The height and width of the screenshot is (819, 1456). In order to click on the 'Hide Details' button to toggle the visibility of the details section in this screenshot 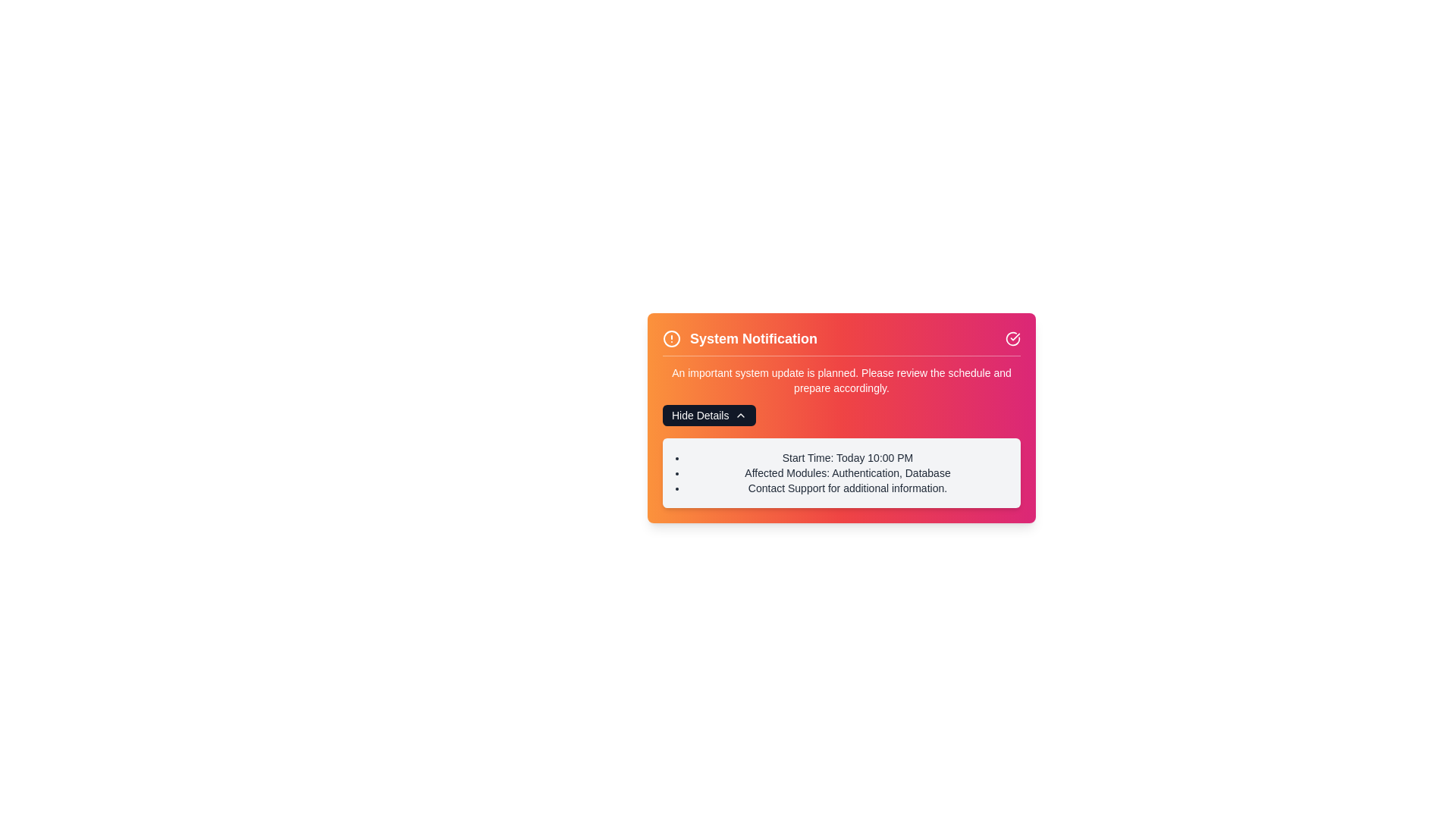, I will do `click(708, 415)`.